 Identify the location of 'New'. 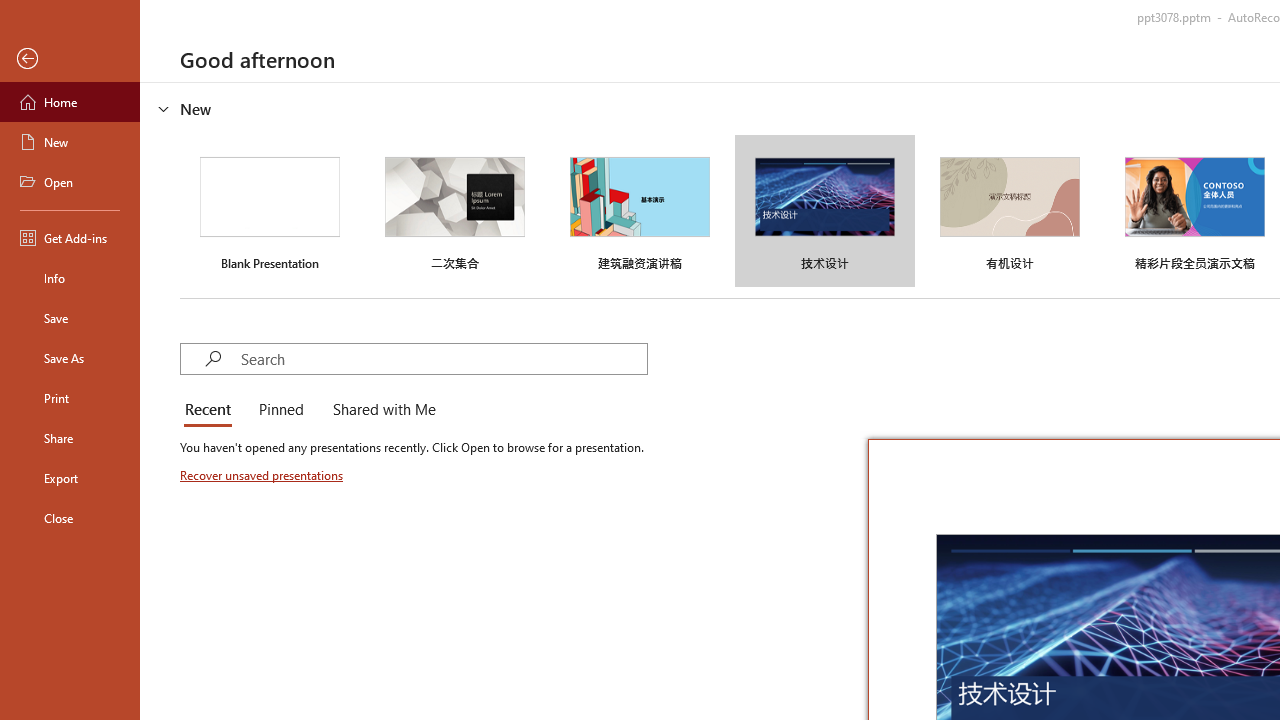
(69, 140).